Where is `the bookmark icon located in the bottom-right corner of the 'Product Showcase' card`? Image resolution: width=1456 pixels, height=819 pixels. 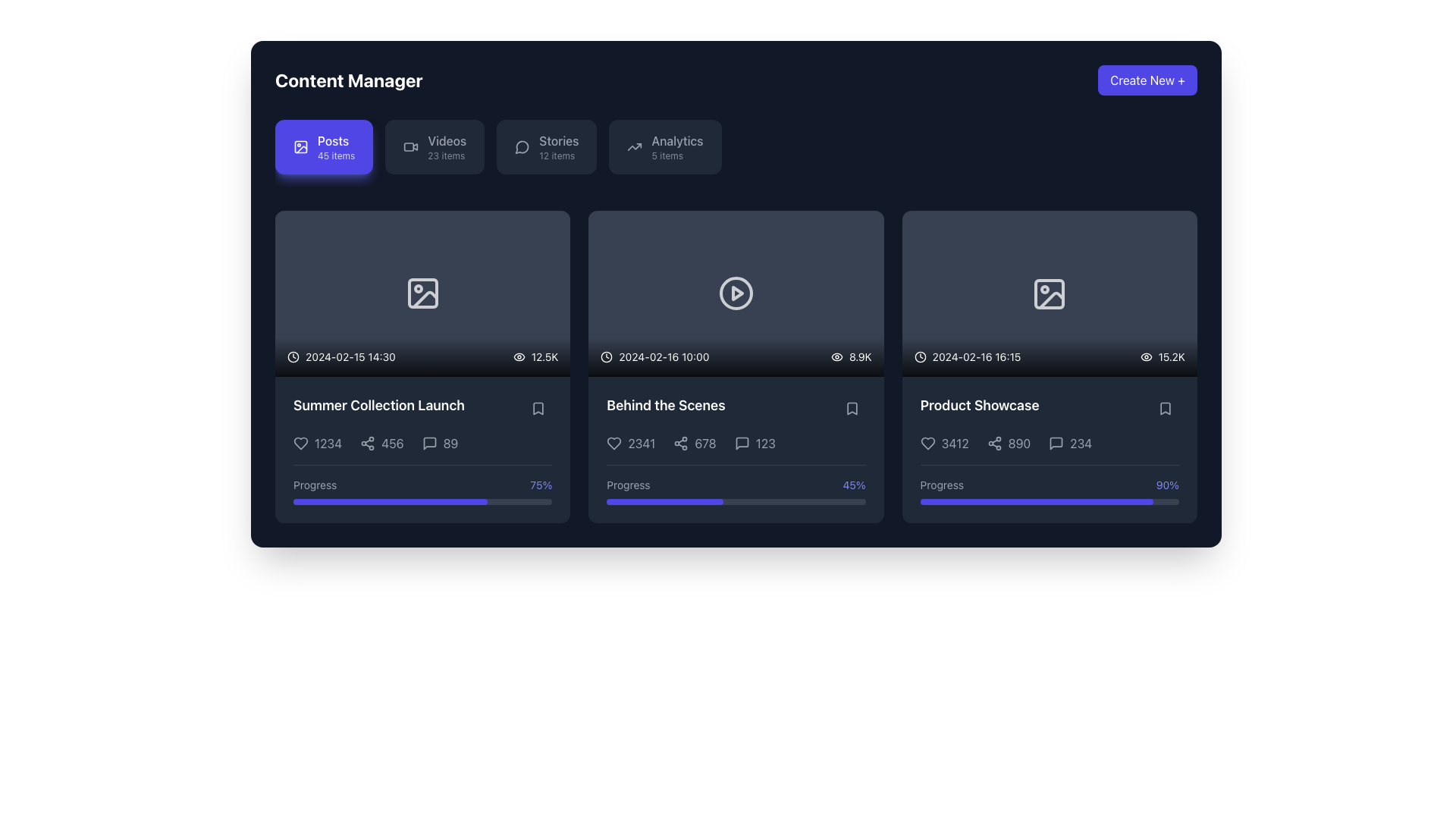
the bookmark icon located in the bottom-right corner of the 'Product Showcase' card is located at coordinates (1164, 408).